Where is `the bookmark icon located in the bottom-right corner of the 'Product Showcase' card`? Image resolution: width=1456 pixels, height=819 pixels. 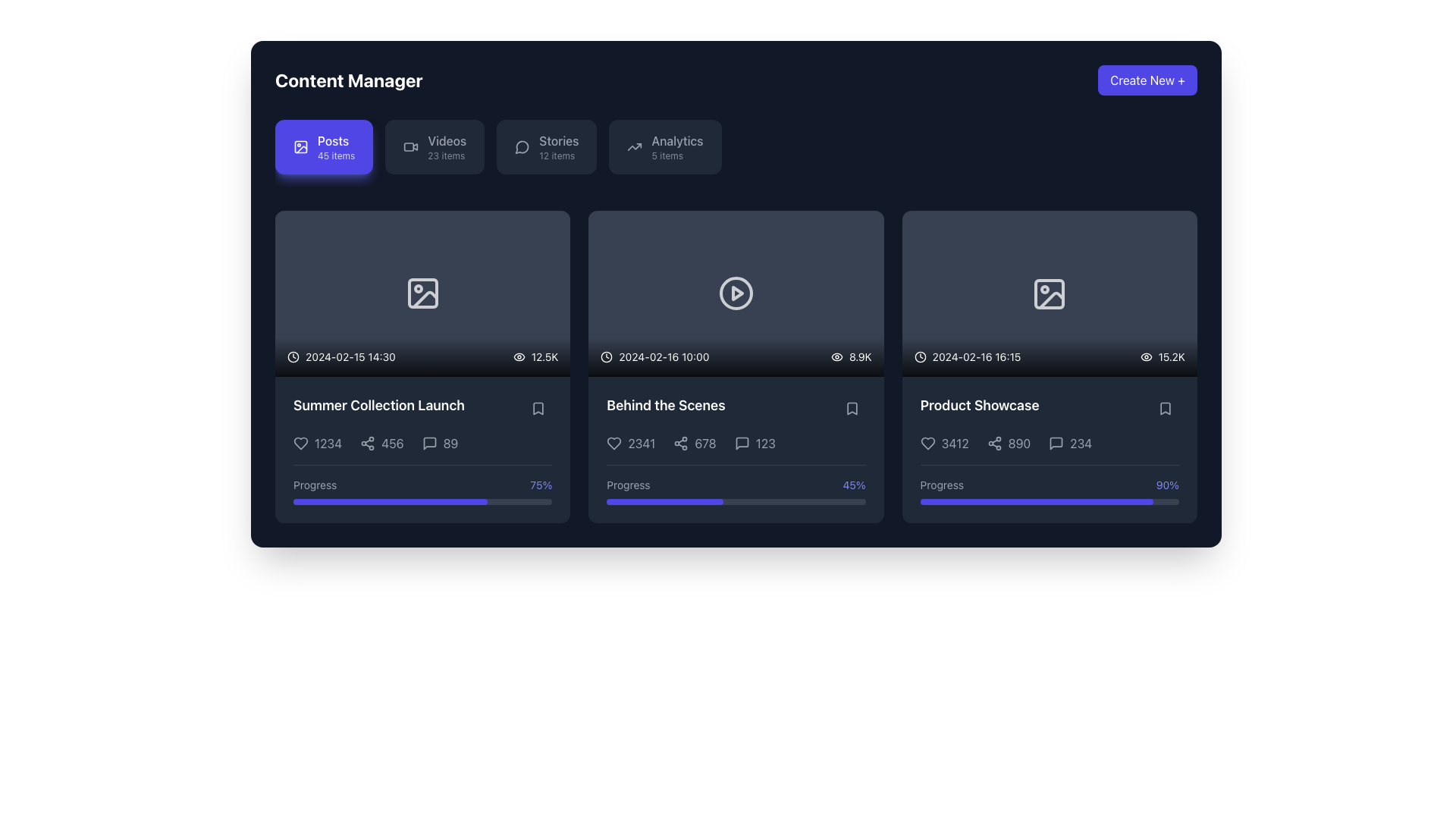
the bookmark icon located in the bottom-right corner of the 'Product Showcase' card is located at coordinates (1164, 408).